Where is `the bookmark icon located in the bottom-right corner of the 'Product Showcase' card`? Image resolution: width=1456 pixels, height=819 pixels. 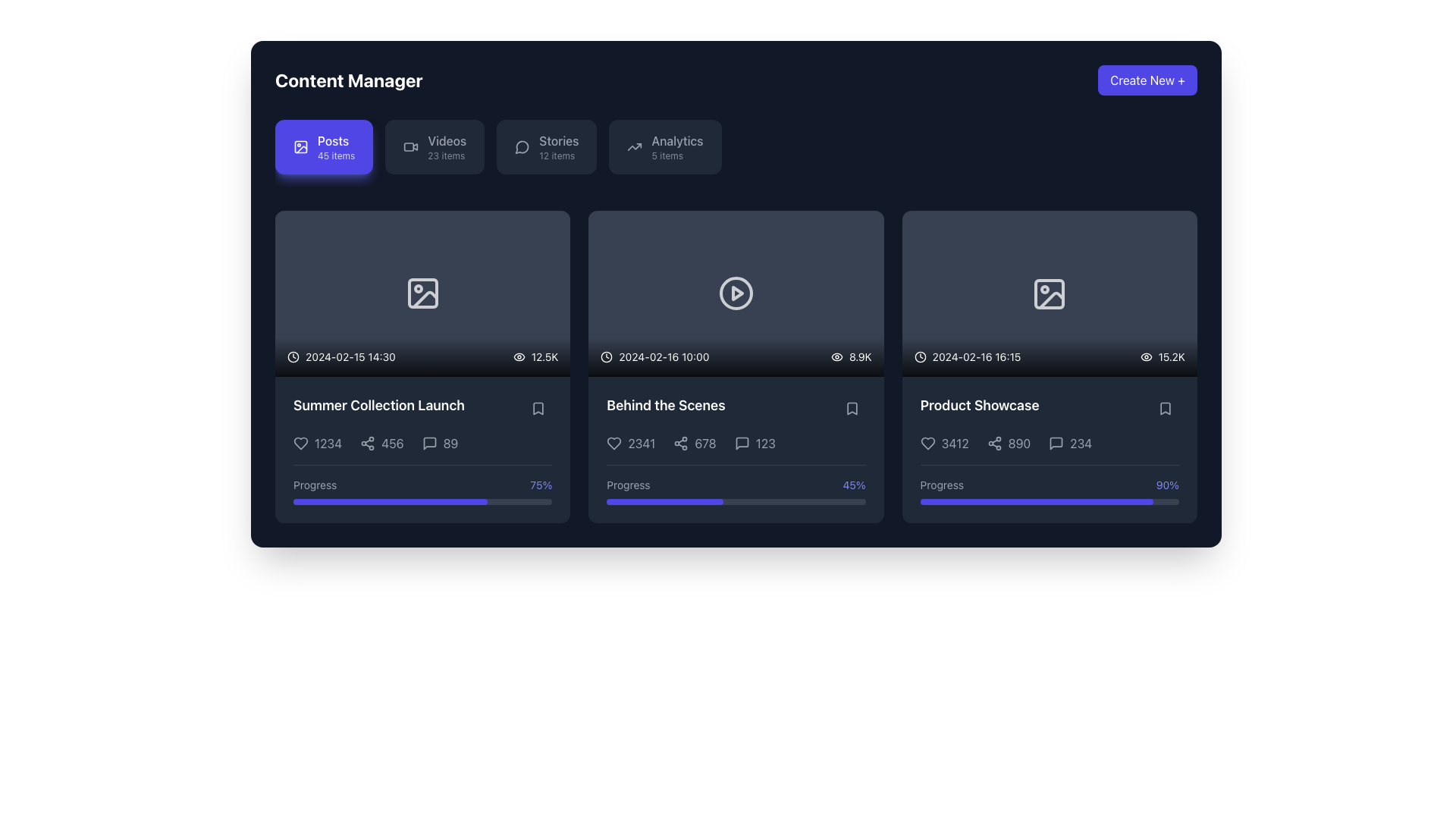
the bookmark icon located in the bottom-right corner of the 'Product Showcase' card is located at coordinates (1164, 408).